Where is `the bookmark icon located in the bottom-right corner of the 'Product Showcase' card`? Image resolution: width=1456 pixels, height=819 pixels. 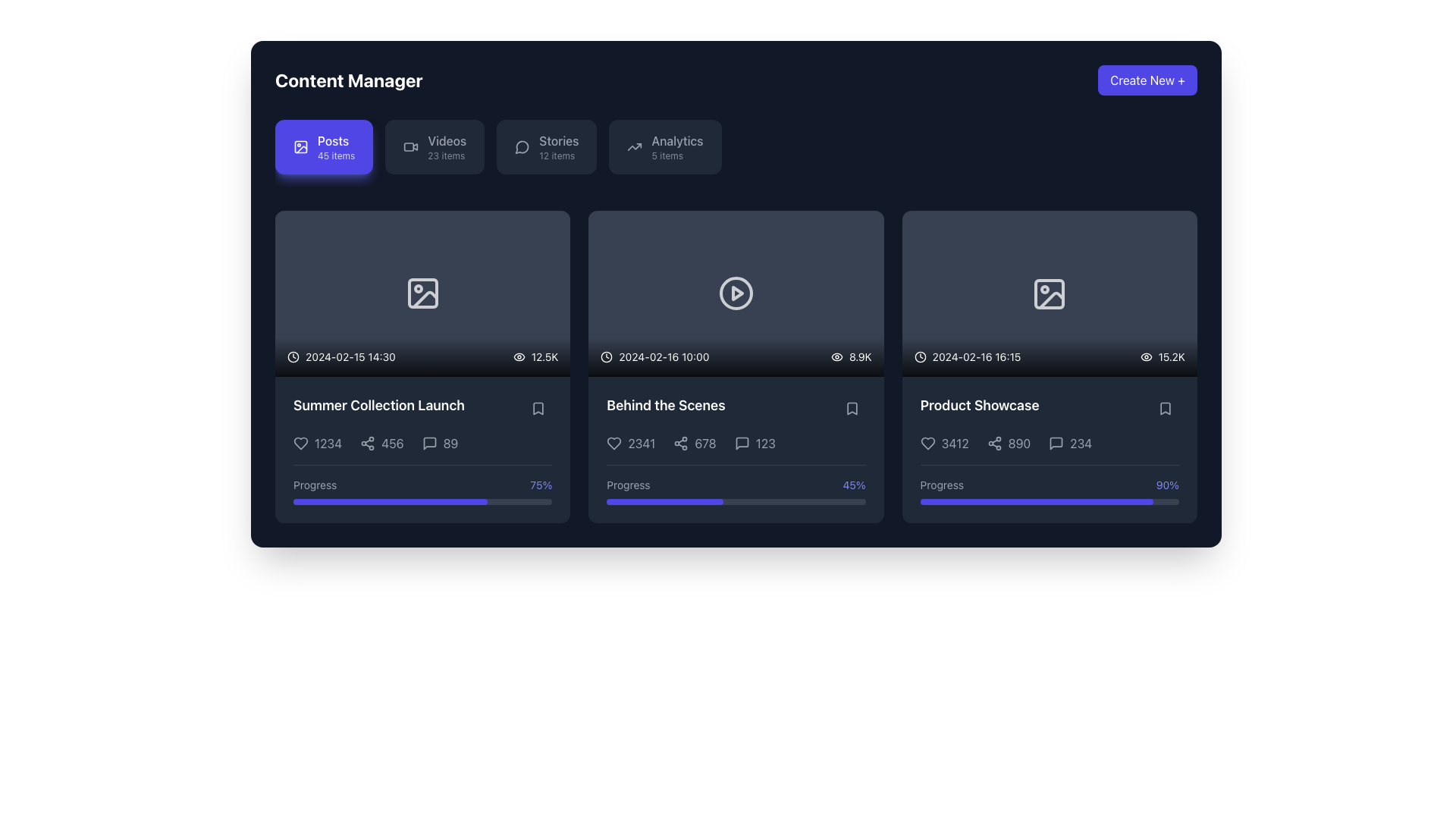
the bookmark icon located in the bottom-right corner of the 'Product Showcase' card is located at coordinates (1164, 408).